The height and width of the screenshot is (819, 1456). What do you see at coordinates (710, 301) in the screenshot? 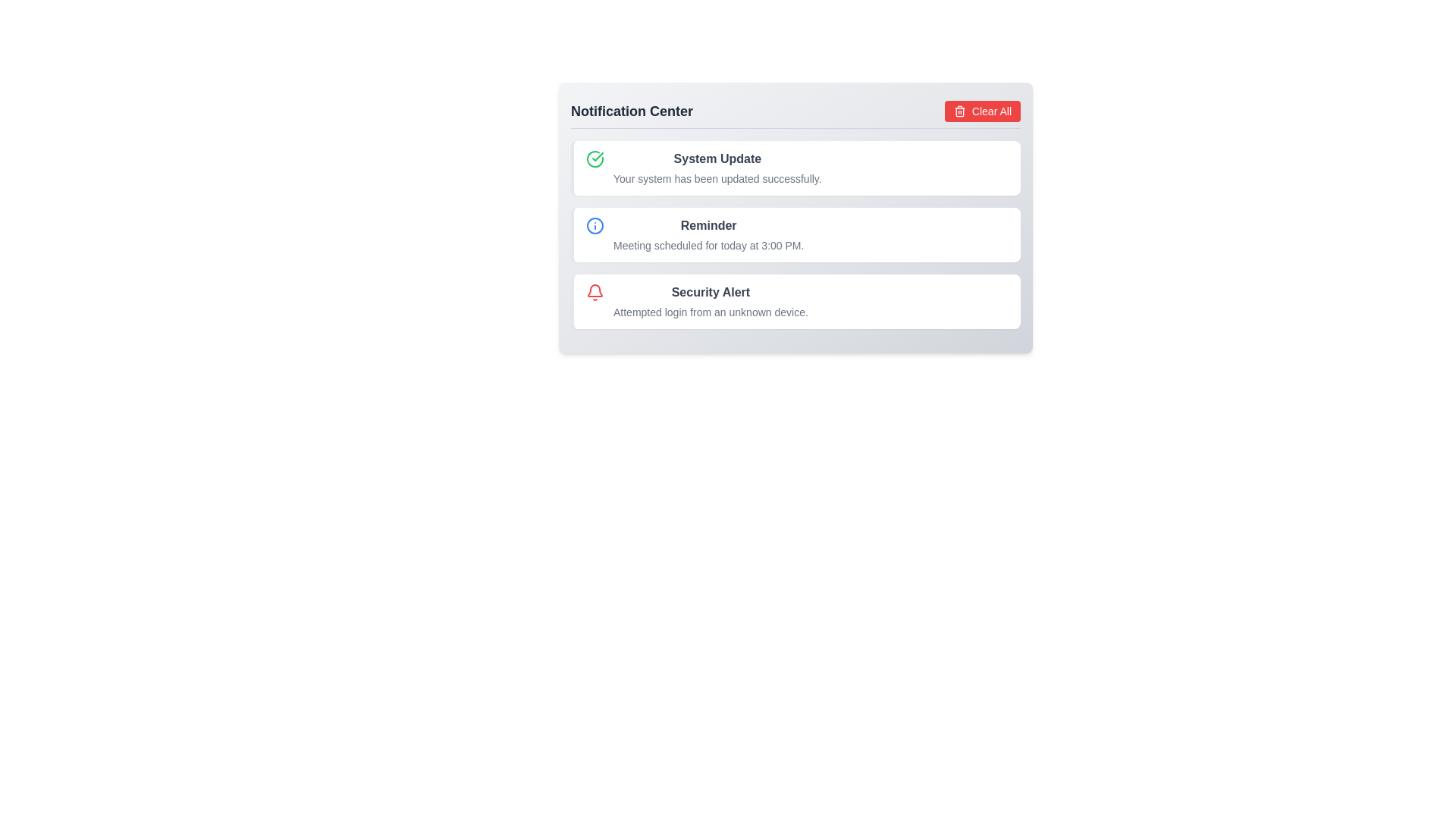
I see `the text-based informational message titled 'Security Alert' that displays the message 'Attempted login from an unknown device.'` at bounding box center [710, 301].